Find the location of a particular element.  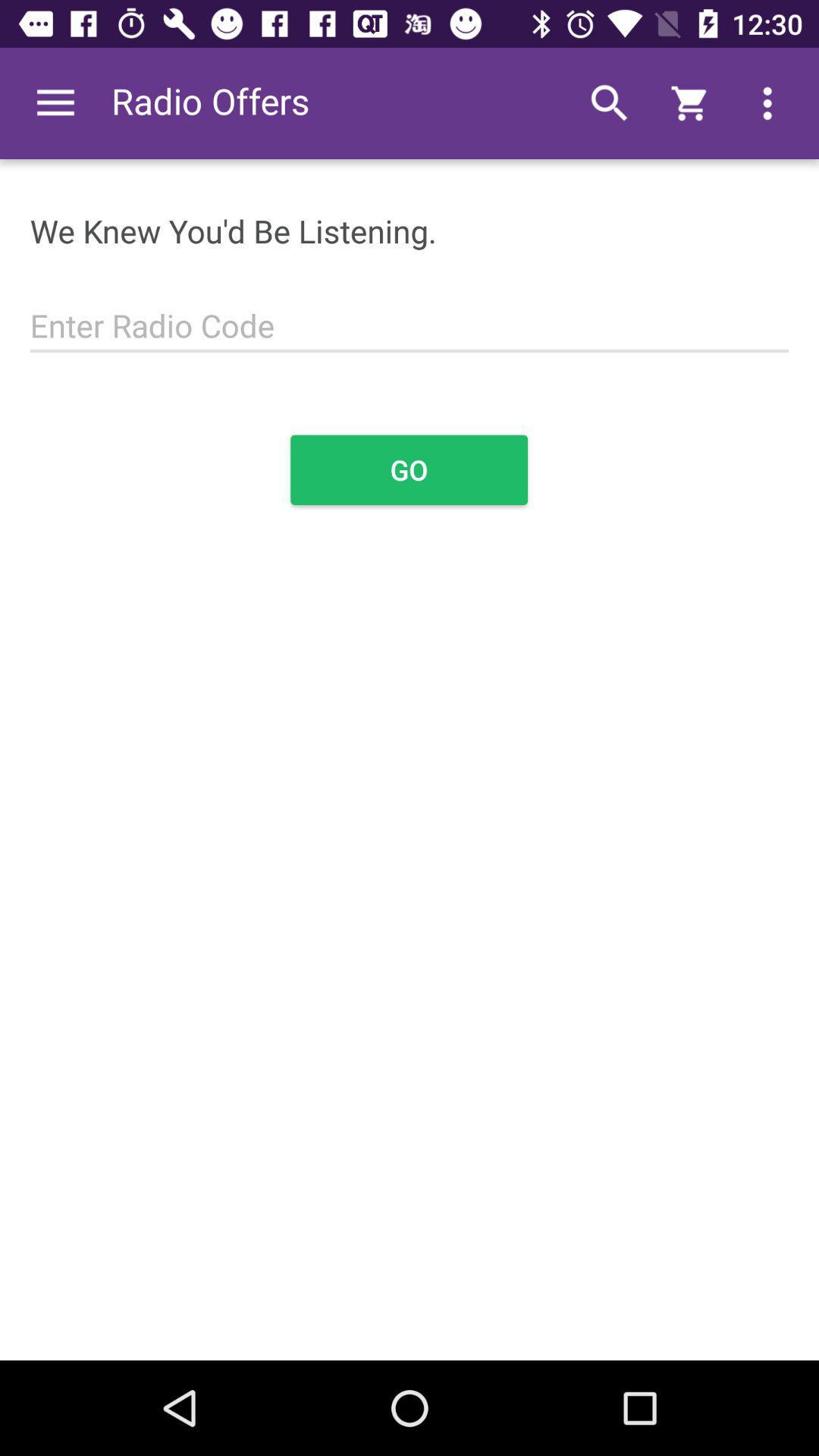

the item next to radio offers icon is located at coordinates (55, 102).